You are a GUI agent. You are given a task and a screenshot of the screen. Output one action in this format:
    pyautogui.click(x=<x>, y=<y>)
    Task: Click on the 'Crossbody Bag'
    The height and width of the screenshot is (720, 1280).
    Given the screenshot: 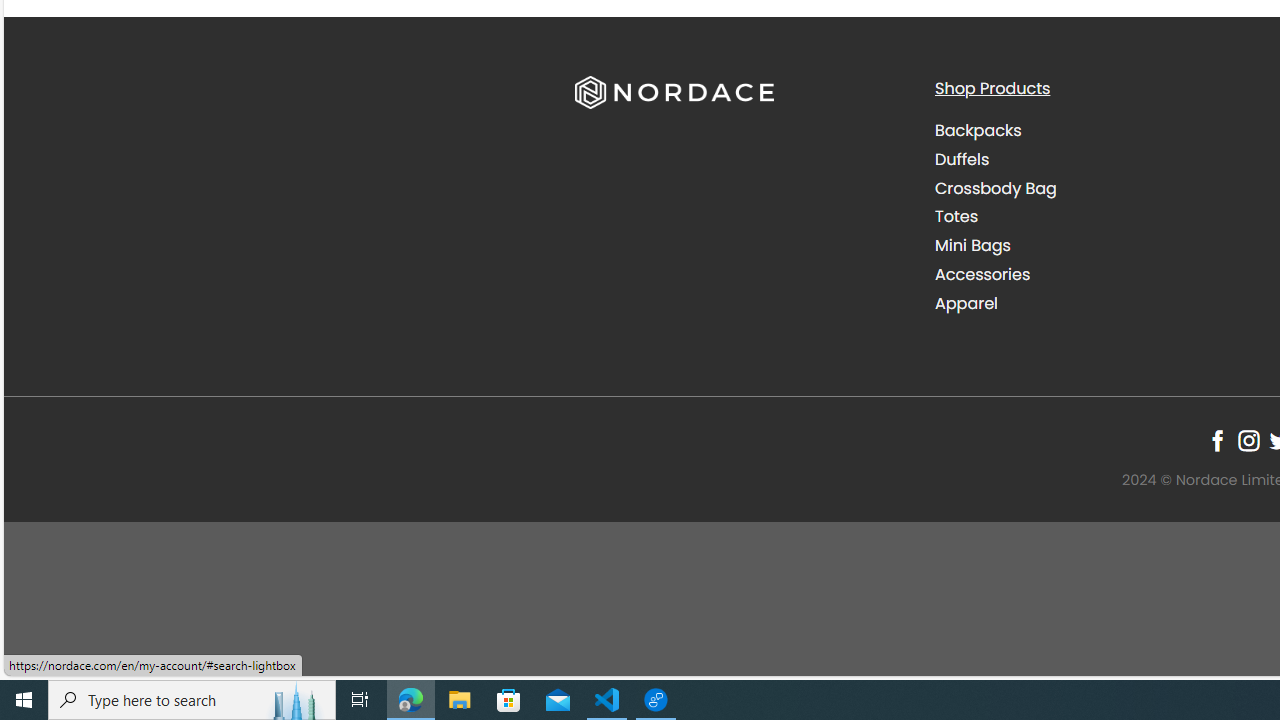 What is the action you would take?
    pyautogui.click(x=995, y=187)
    